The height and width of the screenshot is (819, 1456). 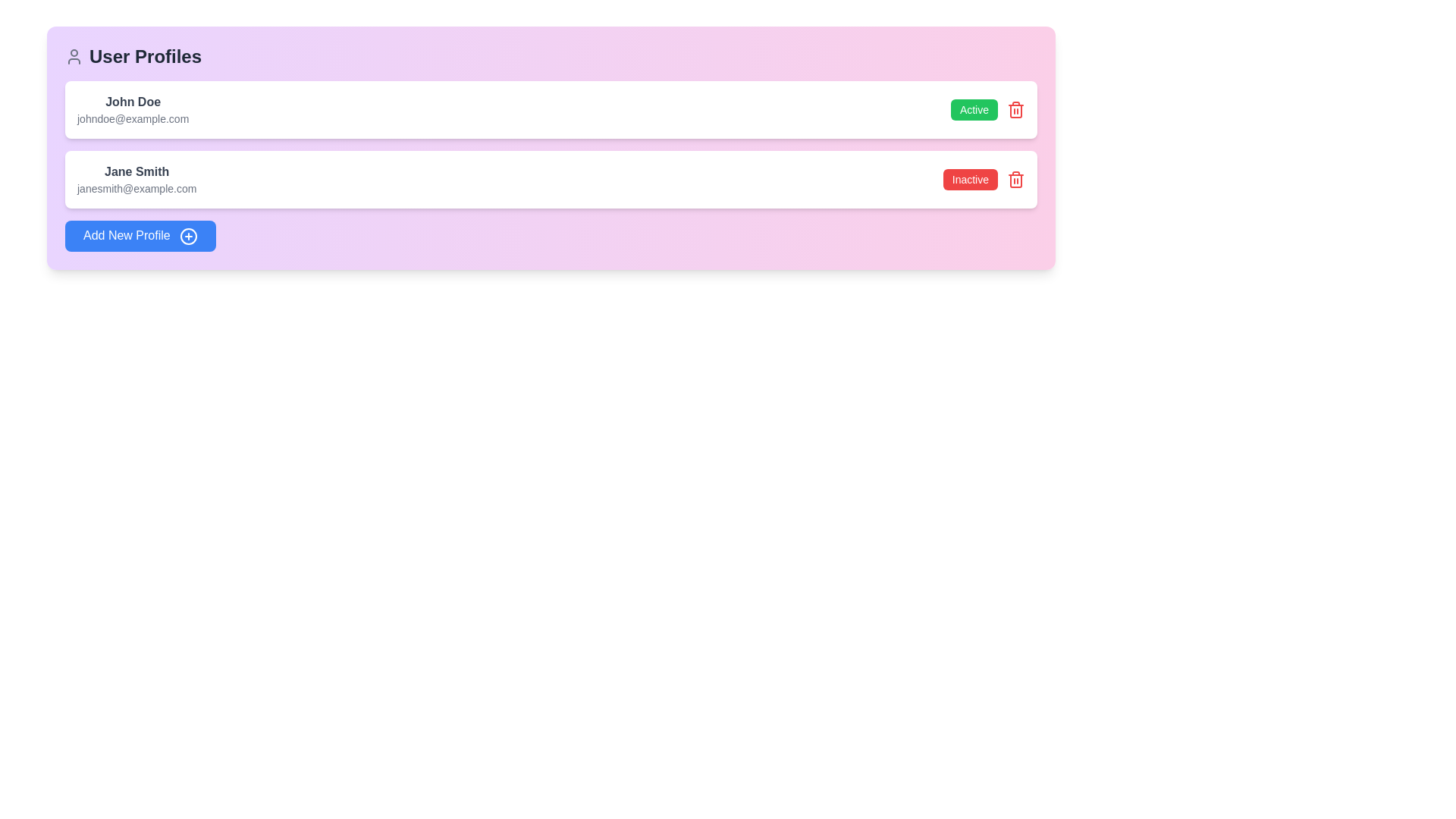 I want to click on text information from the List item text block displaying the name and email address of a user within the profile list, located in the upper portion of the user profile list under the 'User Profiles' heading, so click(x=133, y=109).